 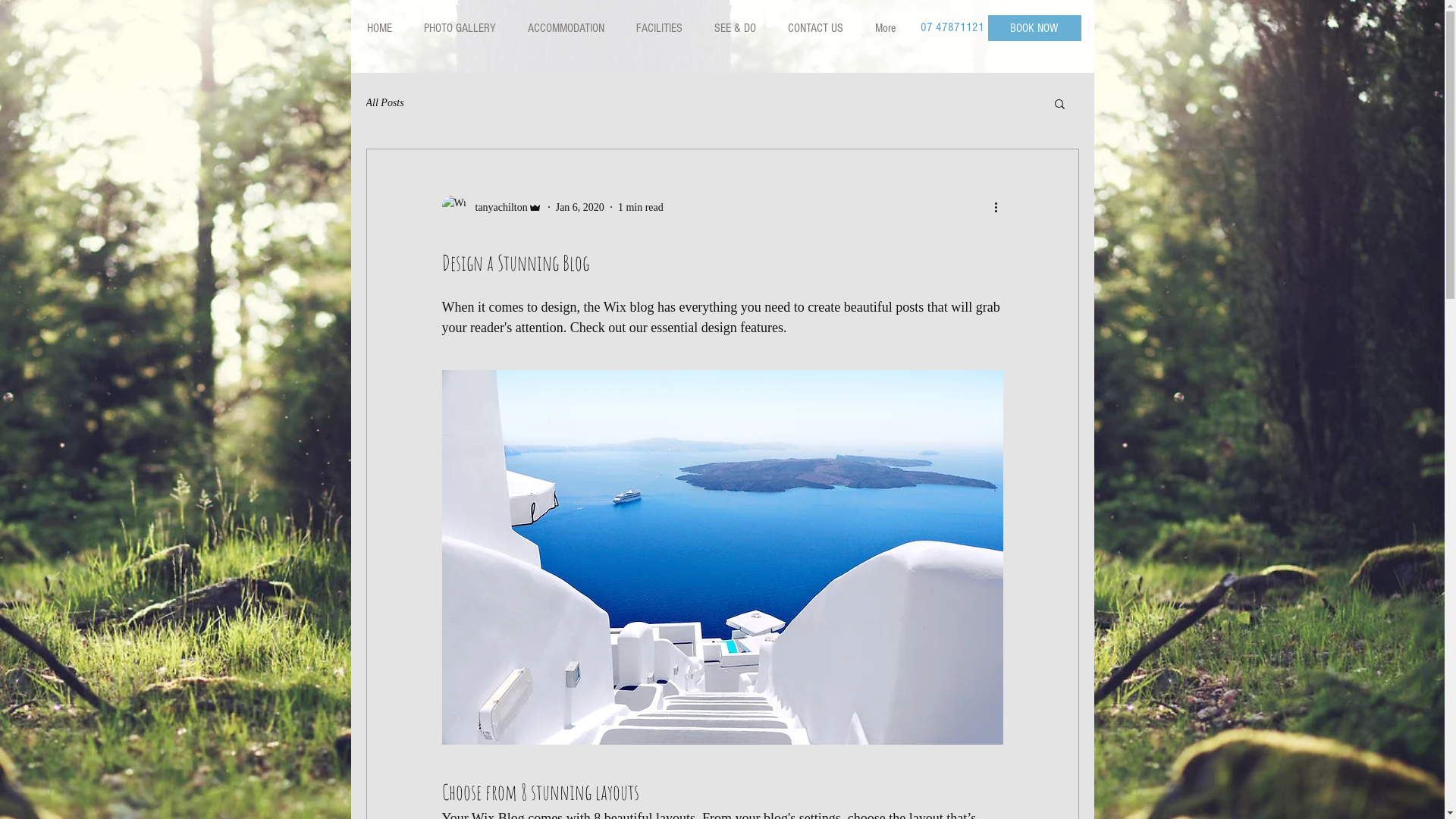 I want to click on 'CONTACT US', so click(x=814, y=28).